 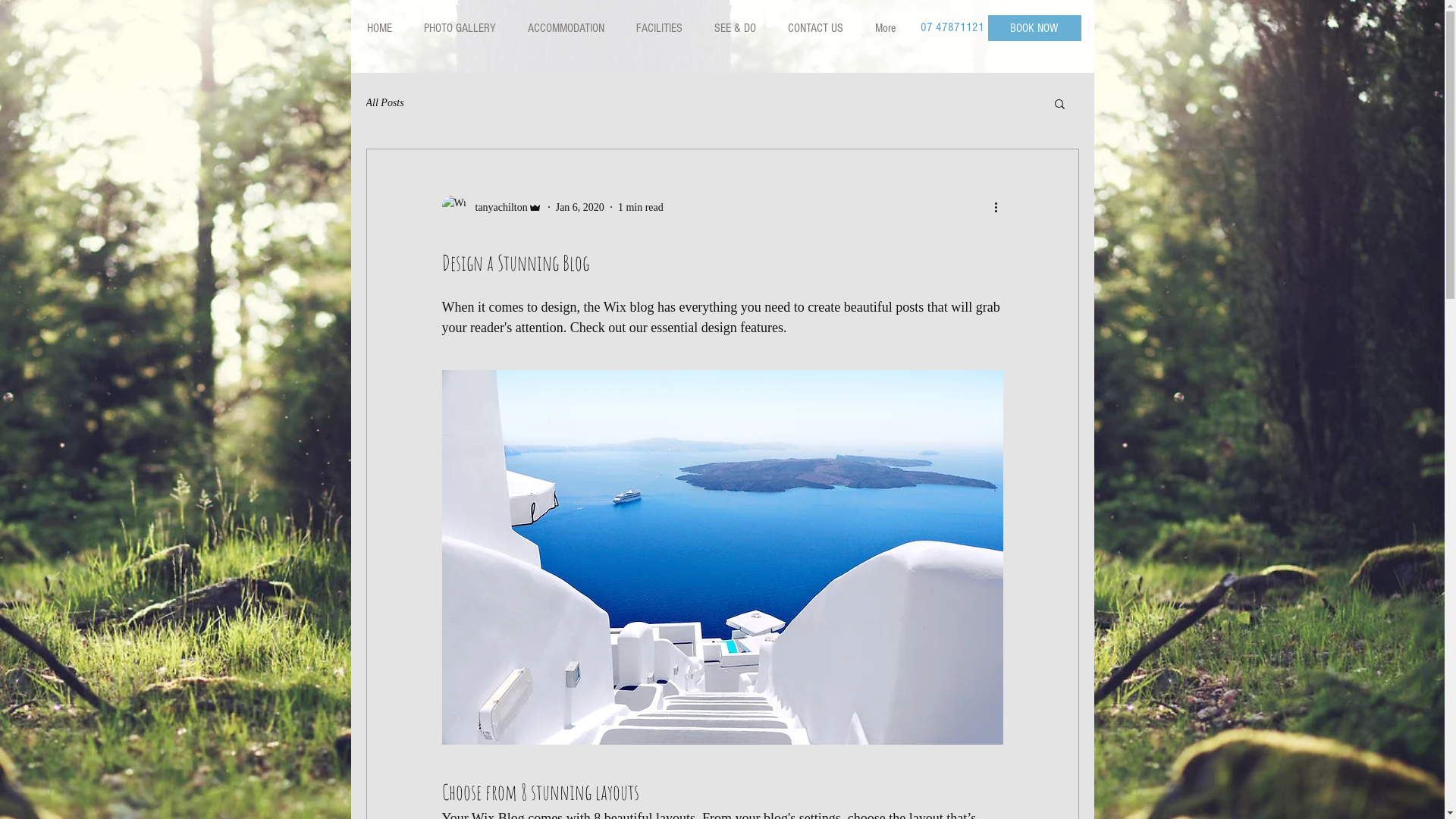 I want to click on 'CONTACT US', so click(x=814, y=28).